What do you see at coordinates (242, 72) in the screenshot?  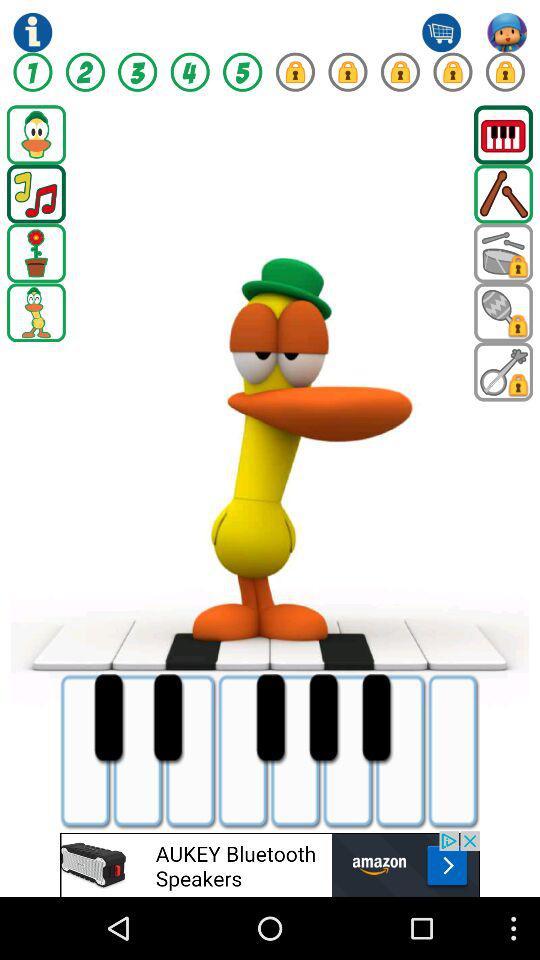 I see `level select` at bounding box center [242, 72].